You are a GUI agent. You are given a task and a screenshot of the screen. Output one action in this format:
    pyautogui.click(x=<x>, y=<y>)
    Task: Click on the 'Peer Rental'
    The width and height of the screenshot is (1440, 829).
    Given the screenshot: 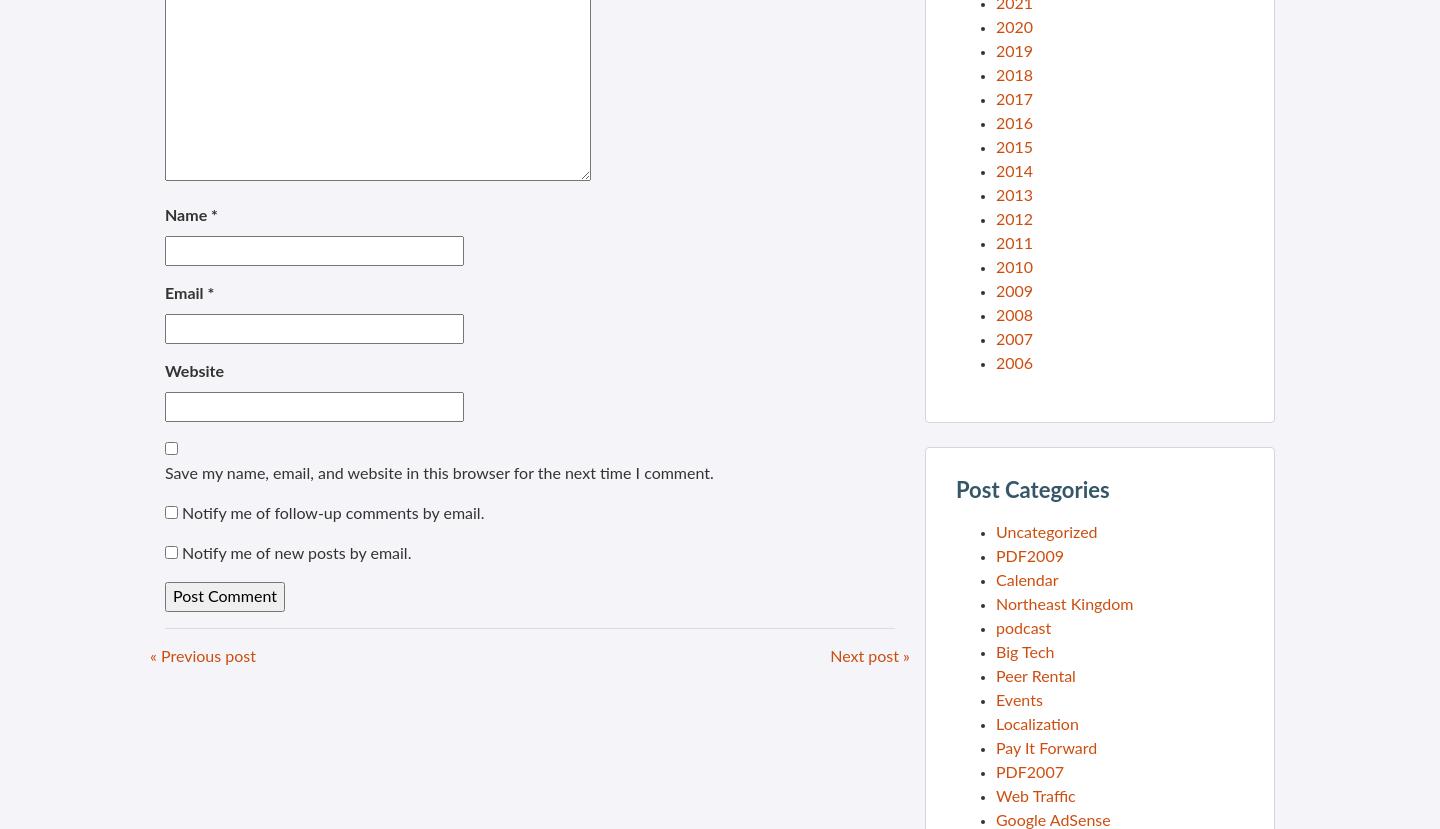 What is the action you would take?
    pyautogui.click(x=1035, y=674)
    